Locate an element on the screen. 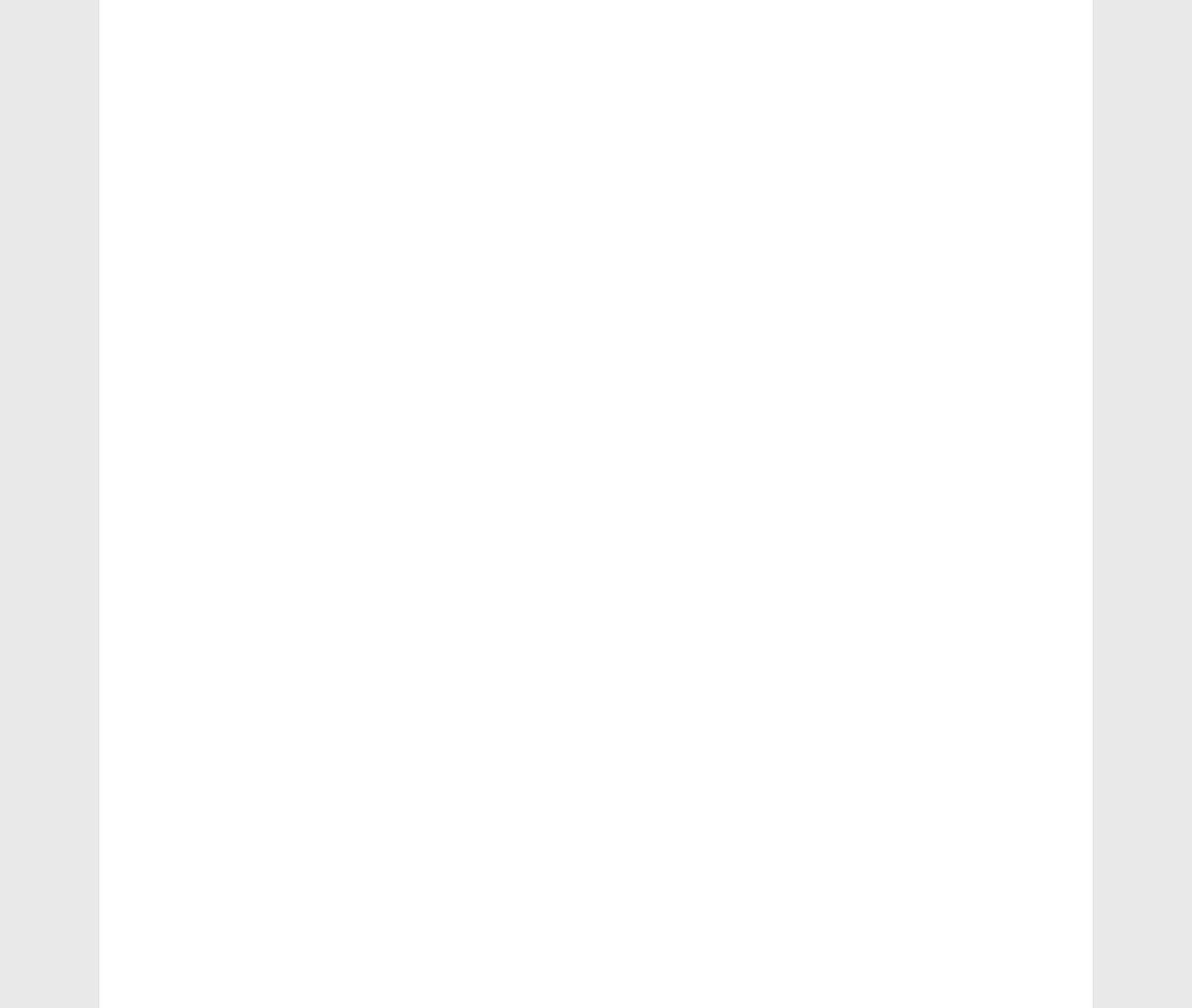 The image size is (1192, 1008). 'TallyPrime' is located at coordinates (860, 401).